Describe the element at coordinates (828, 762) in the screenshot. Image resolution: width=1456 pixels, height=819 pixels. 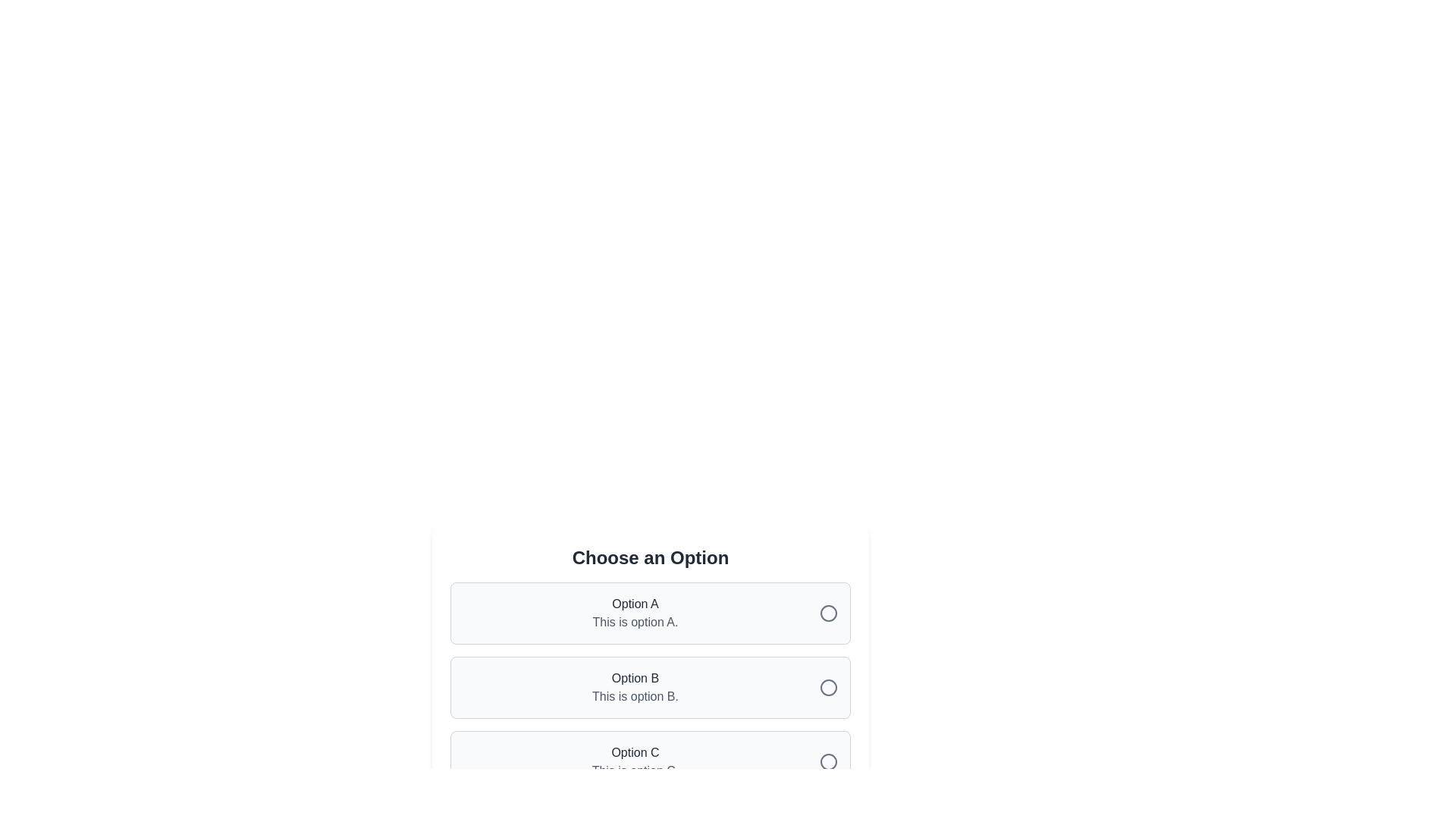
I see `the radio button located to the far right of the content block labeled 'Option C'` at that location.